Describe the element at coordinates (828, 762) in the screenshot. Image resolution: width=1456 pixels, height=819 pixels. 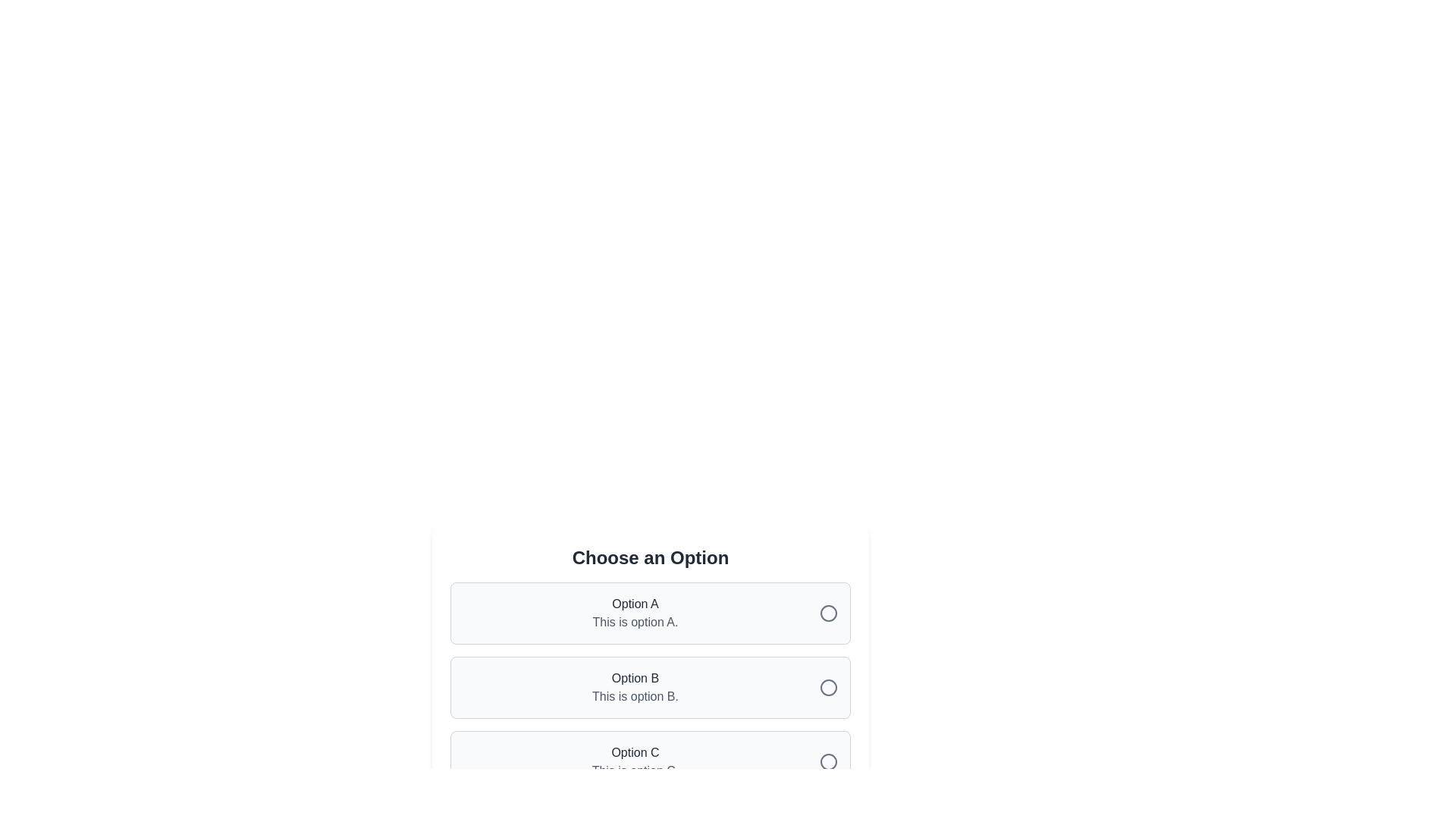
I see `the radio button located to the far right of the content block labeled 'Option C'` at that location.